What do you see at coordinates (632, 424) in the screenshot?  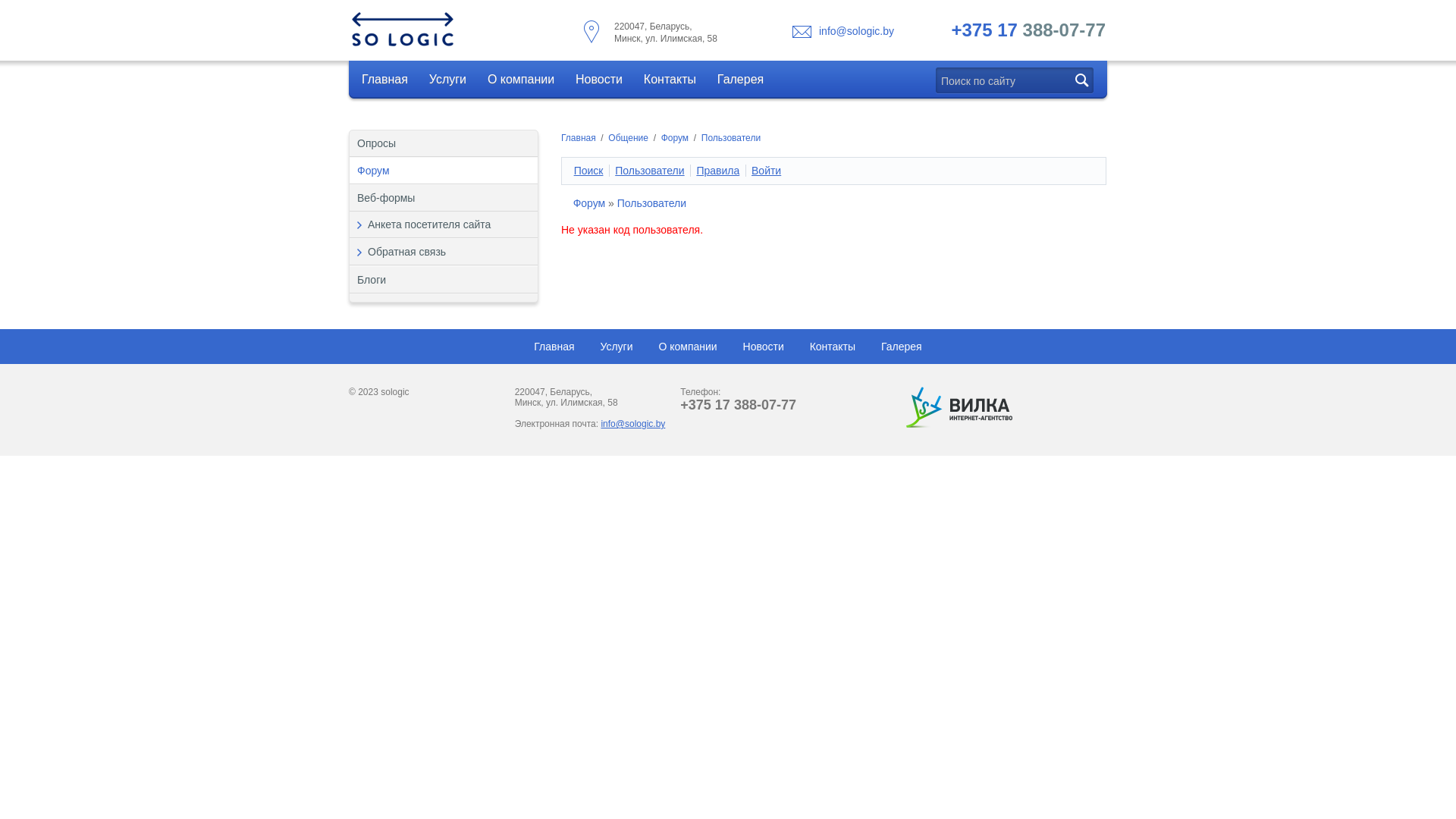 I see `'info@sologic.by'` at bounding box center [632, 424].